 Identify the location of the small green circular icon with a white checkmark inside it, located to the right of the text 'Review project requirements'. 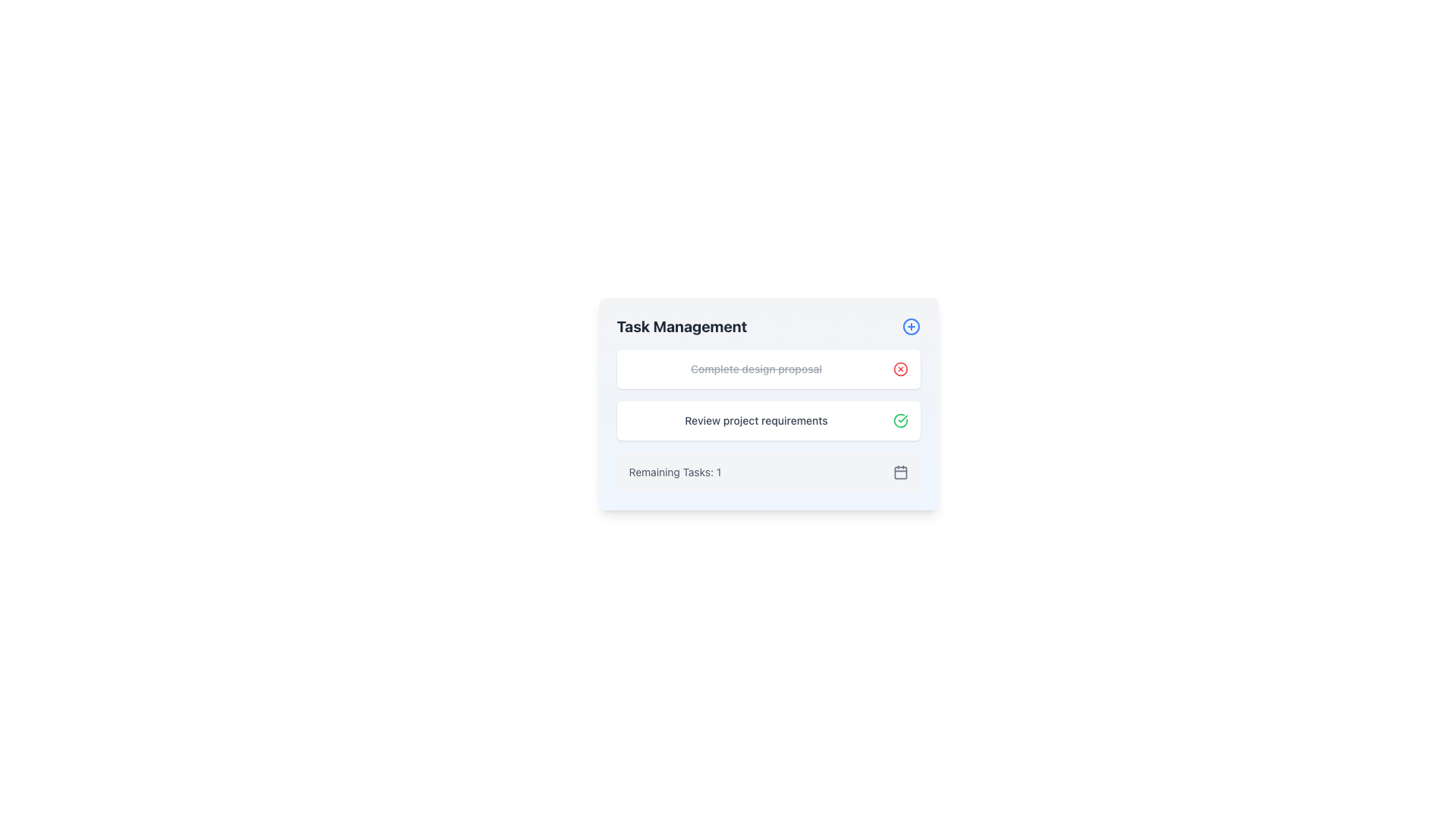
(900, 421).